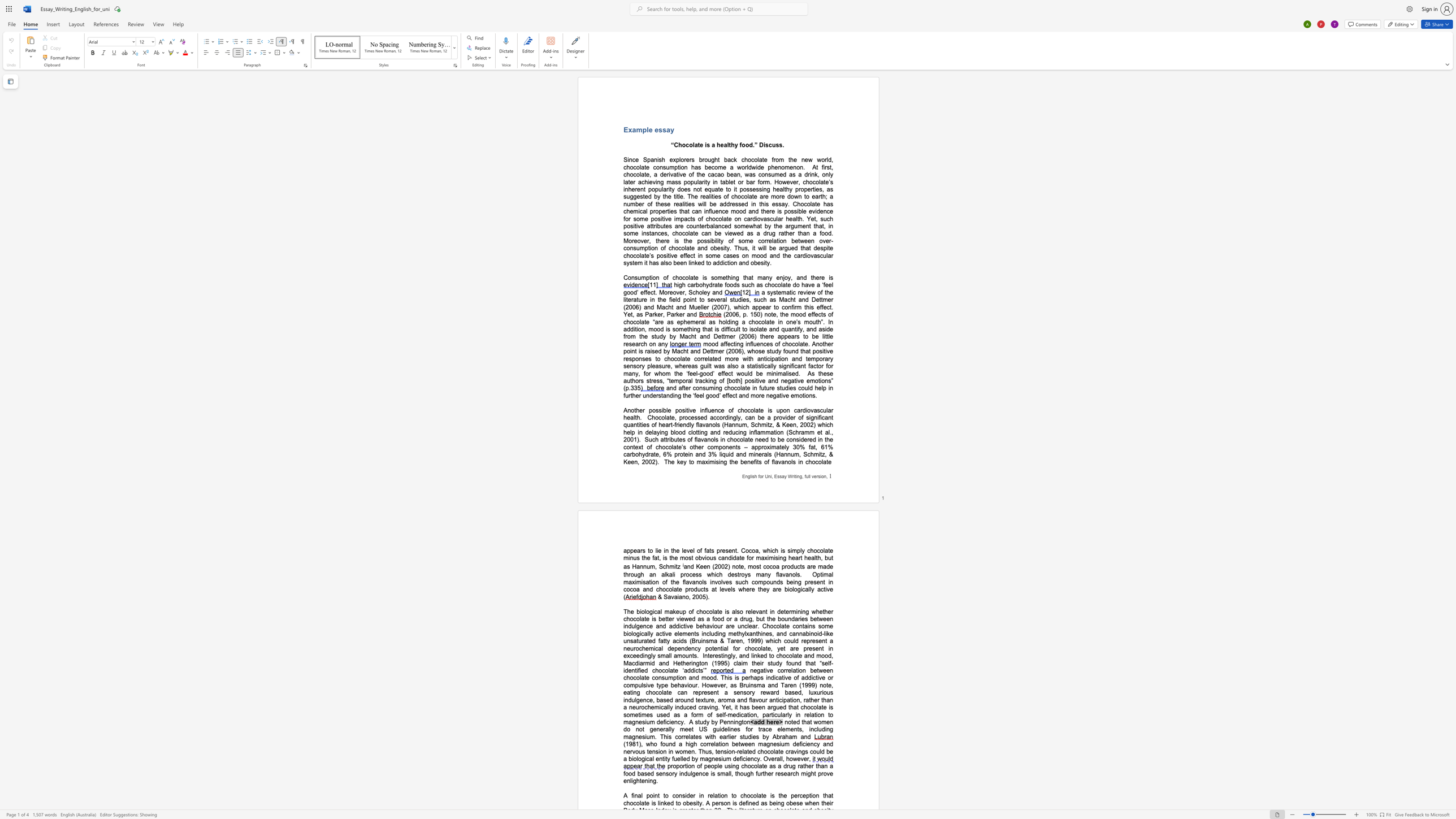 This screenshot has height=819, width=1456. I want to click on the space between the continuous character "t" and "a" in the text, so click(662, 395).